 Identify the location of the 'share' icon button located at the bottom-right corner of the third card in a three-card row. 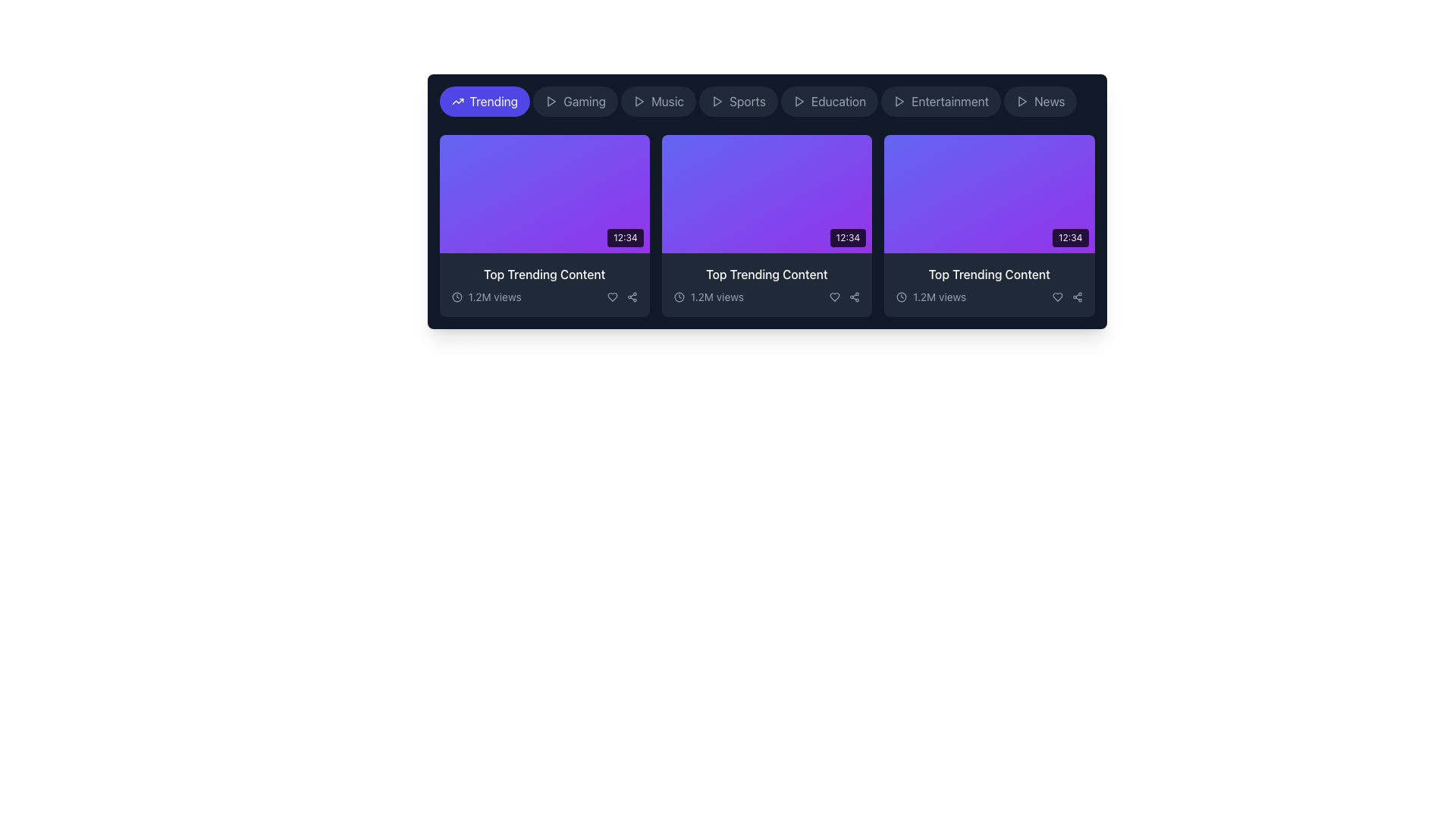
(1076, 297).